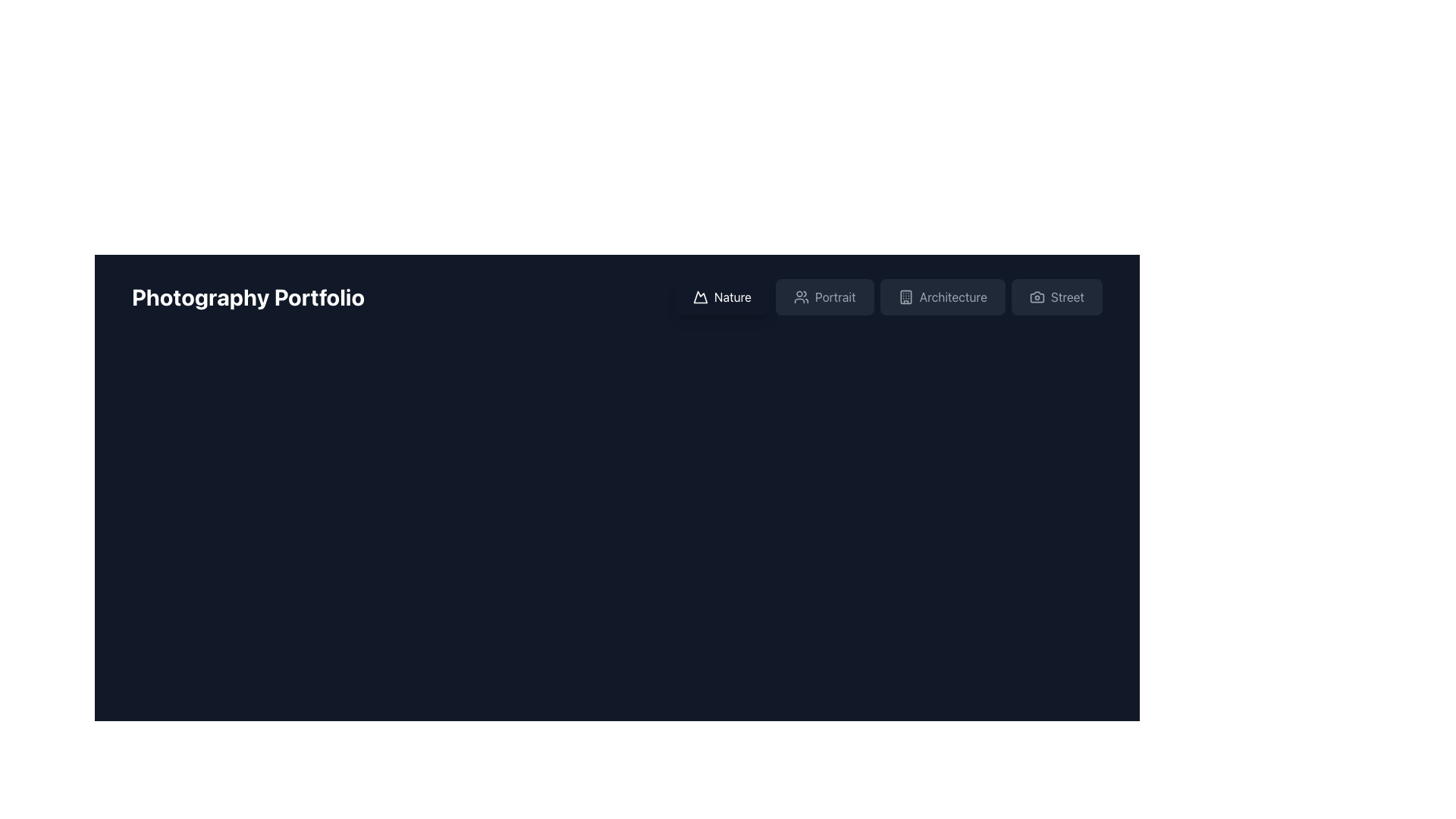  Describe the element at coordinates (905, 297) in the screenshot. I see `the icon within the 'Architecture' button, which features a stylized building design and is the third button in a row of four in the top-center section of the interface` at that location.